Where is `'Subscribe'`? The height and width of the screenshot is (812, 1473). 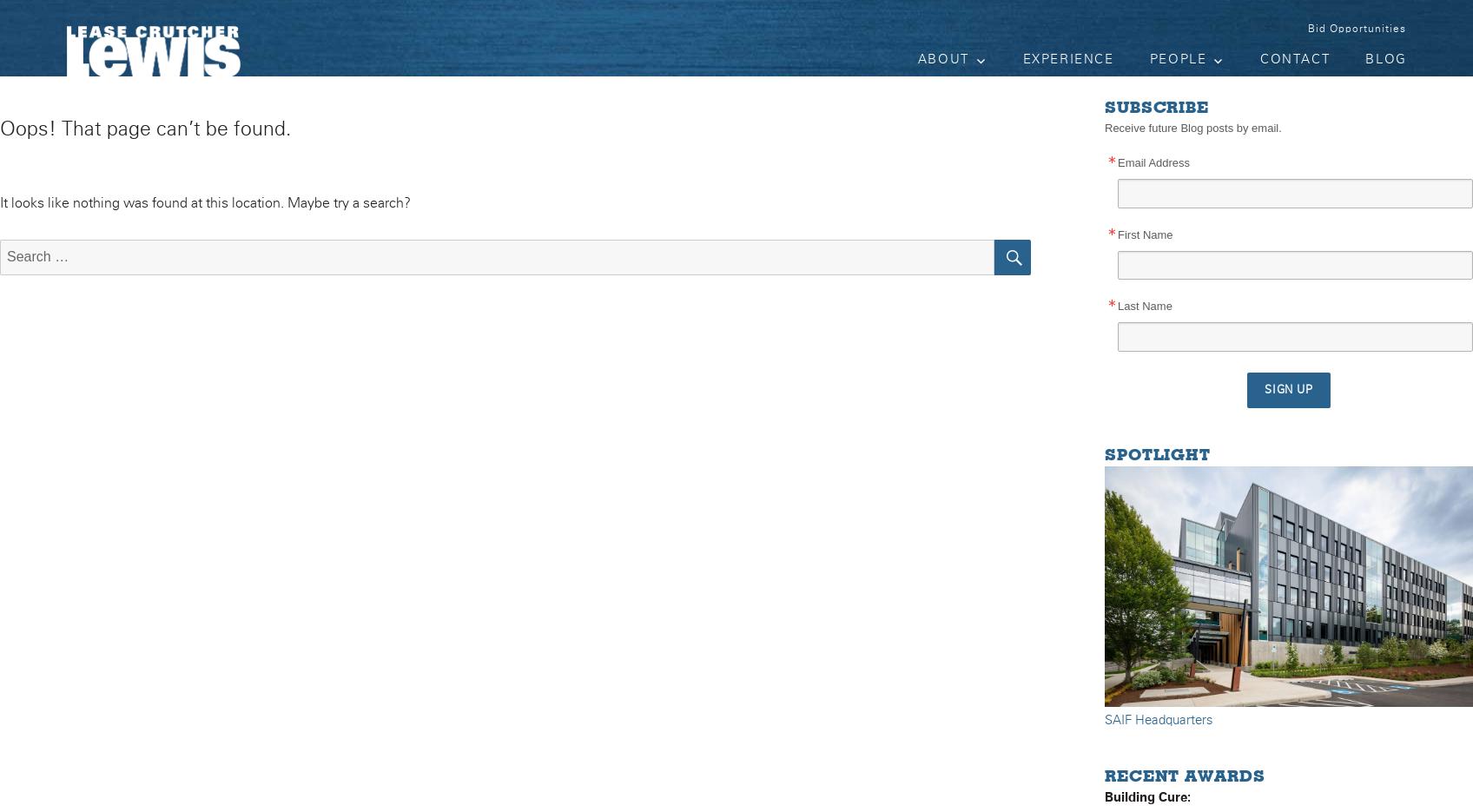
'Subscribe' is located at coordinates (1156, 108).